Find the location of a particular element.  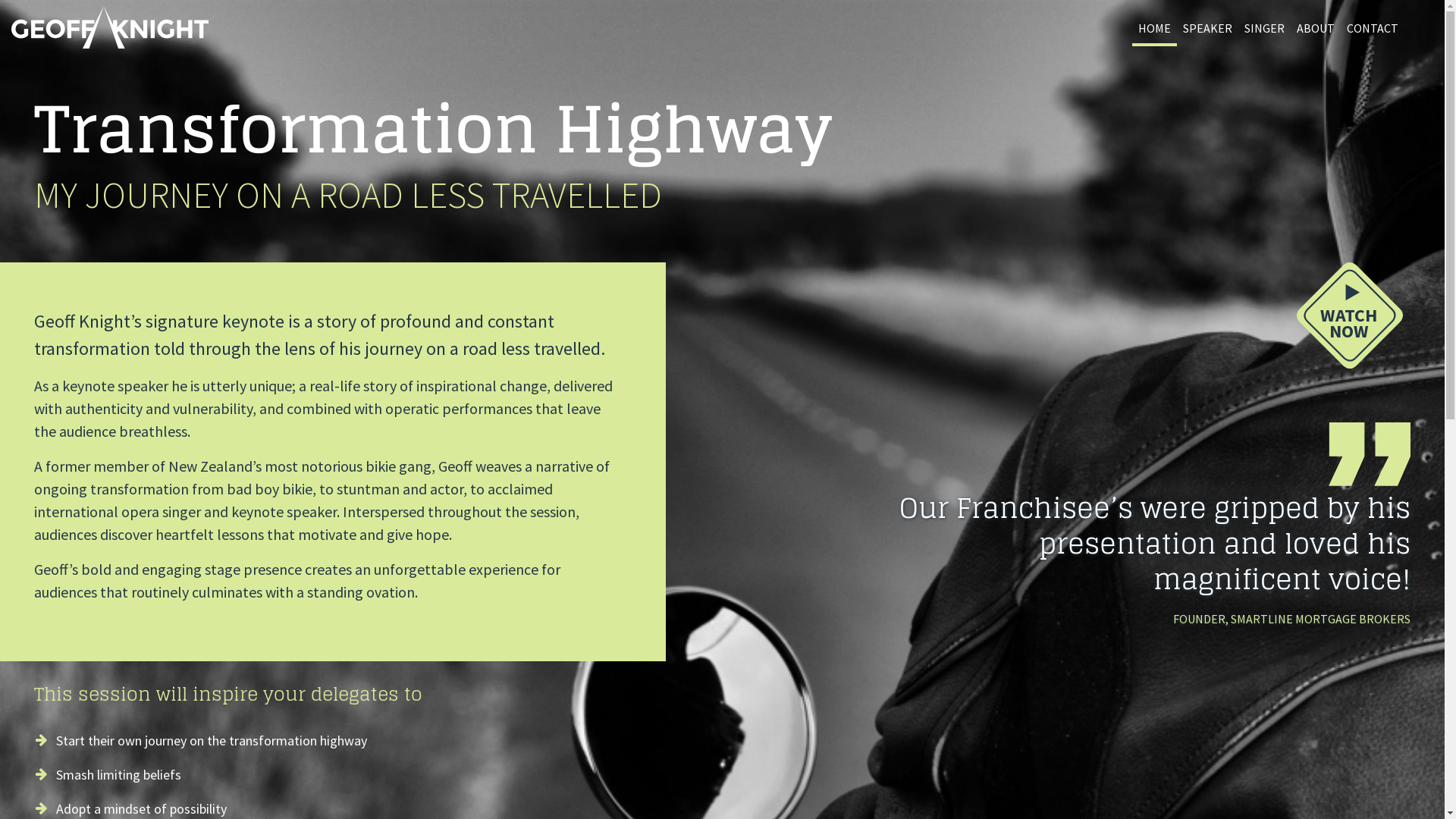

'WATCH is located at coordinates (1350, 318).